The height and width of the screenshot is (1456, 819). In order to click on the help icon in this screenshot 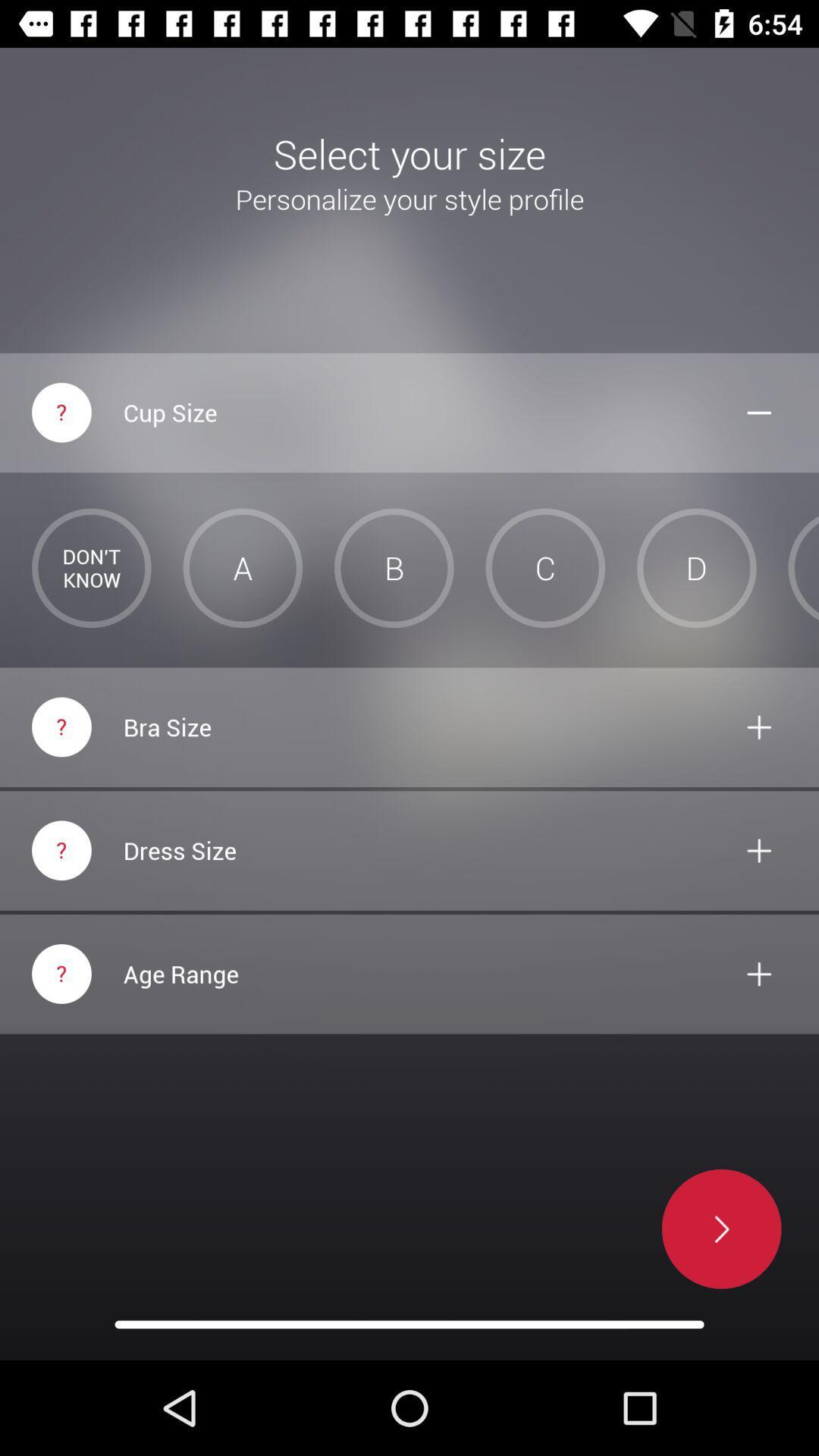, I will do `click(61, 850)`.